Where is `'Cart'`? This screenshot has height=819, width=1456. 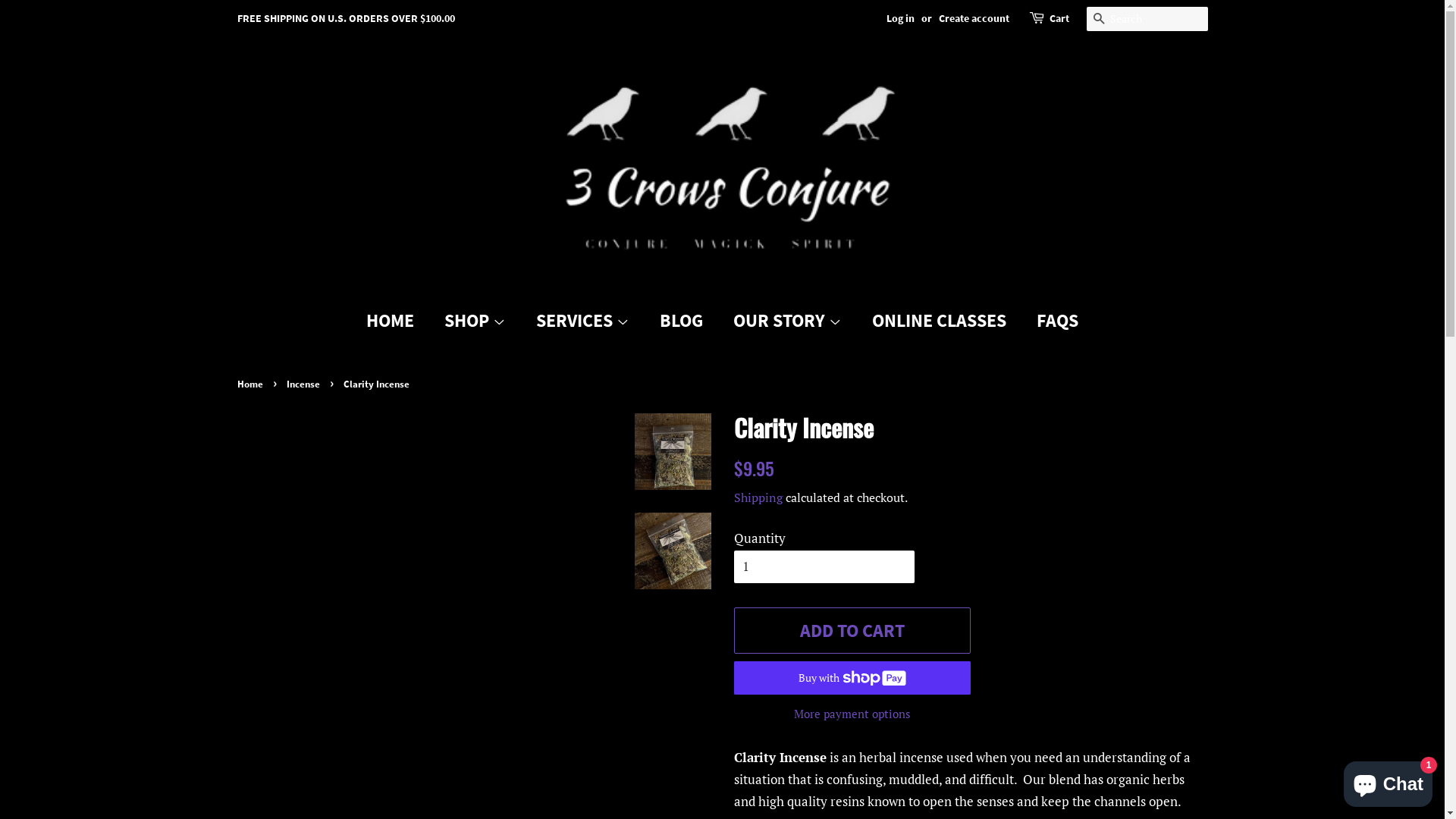
'Cart' is located at coordinates (1058, 18).